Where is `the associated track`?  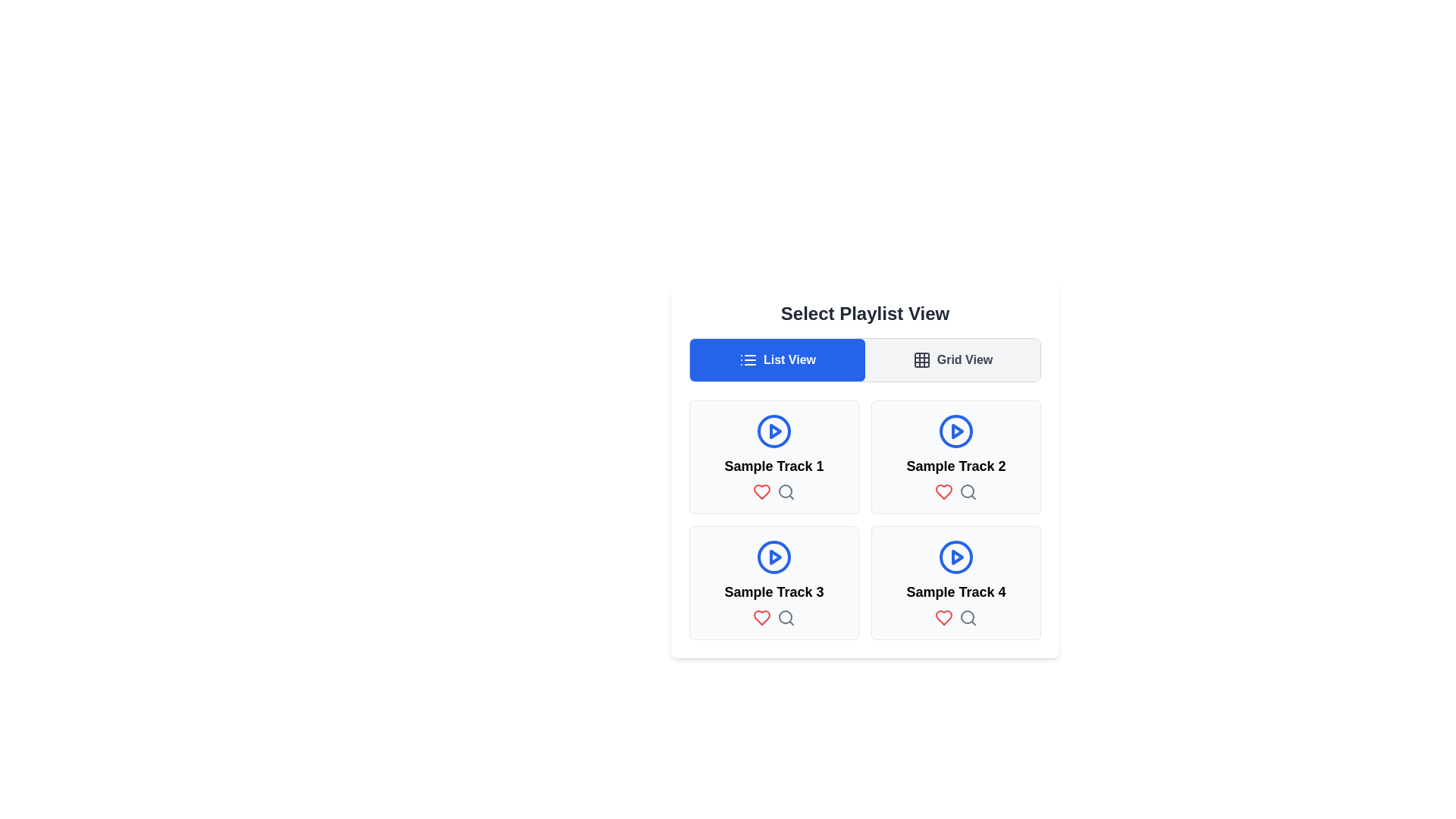 the associated track is located at coordinates (955, 591).